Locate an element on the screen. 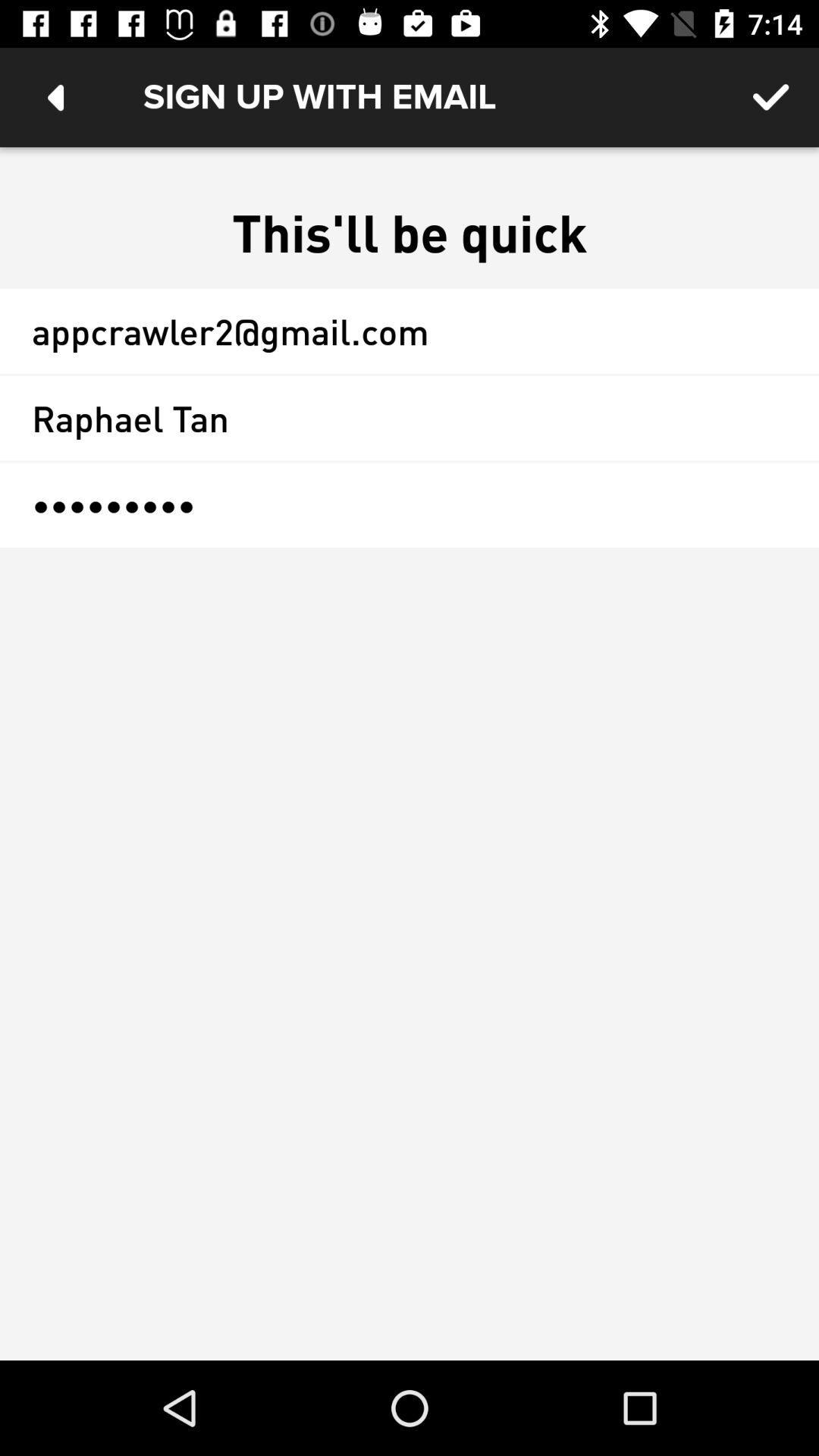 Image resolution: width=819 pixels, height=1456 pixels. icon next to the sign up with item is located at coordinates (771, 96).